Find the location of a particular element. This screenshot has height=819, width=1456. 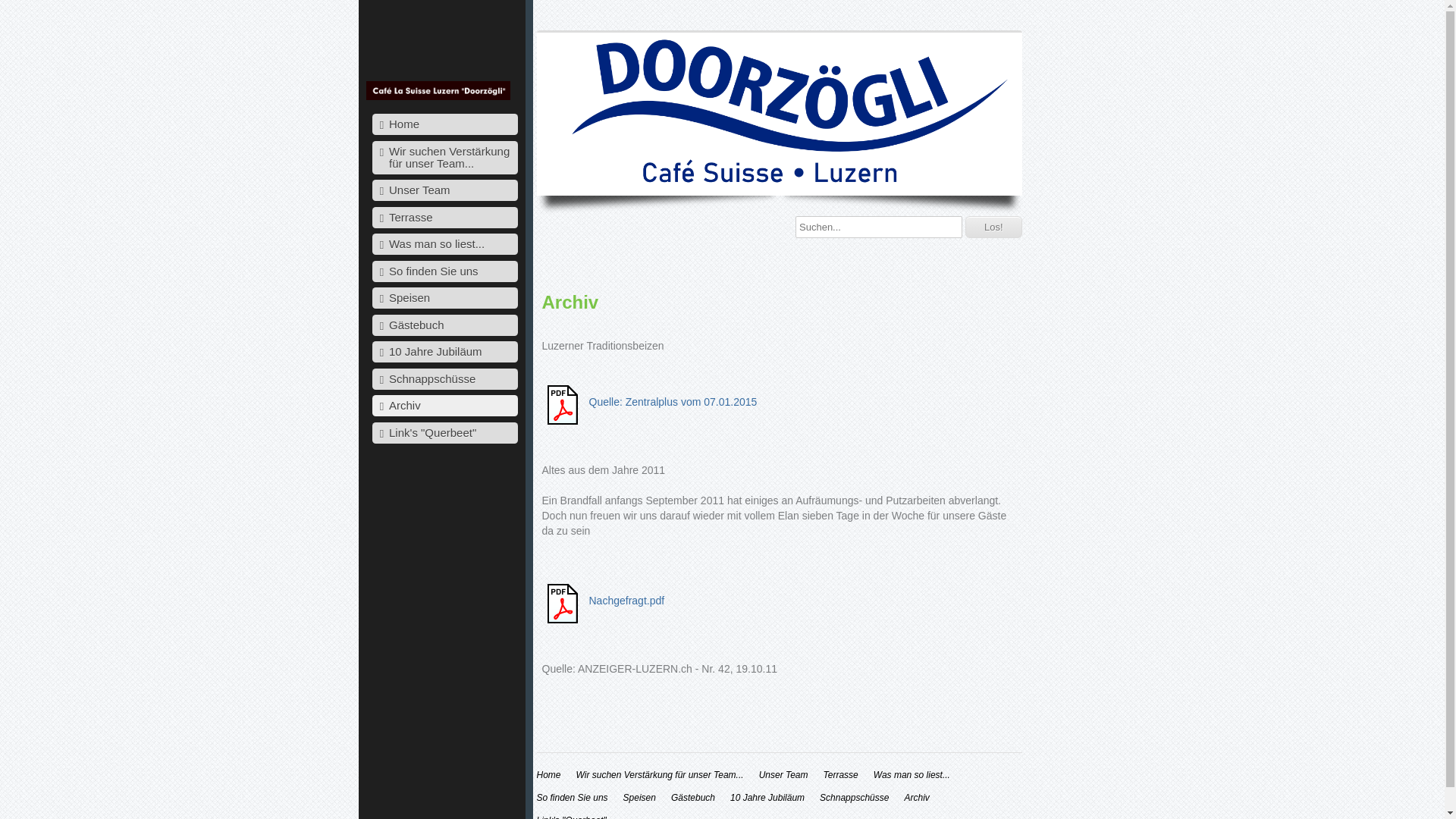

'Los!' is located at coordinates (993, 227).